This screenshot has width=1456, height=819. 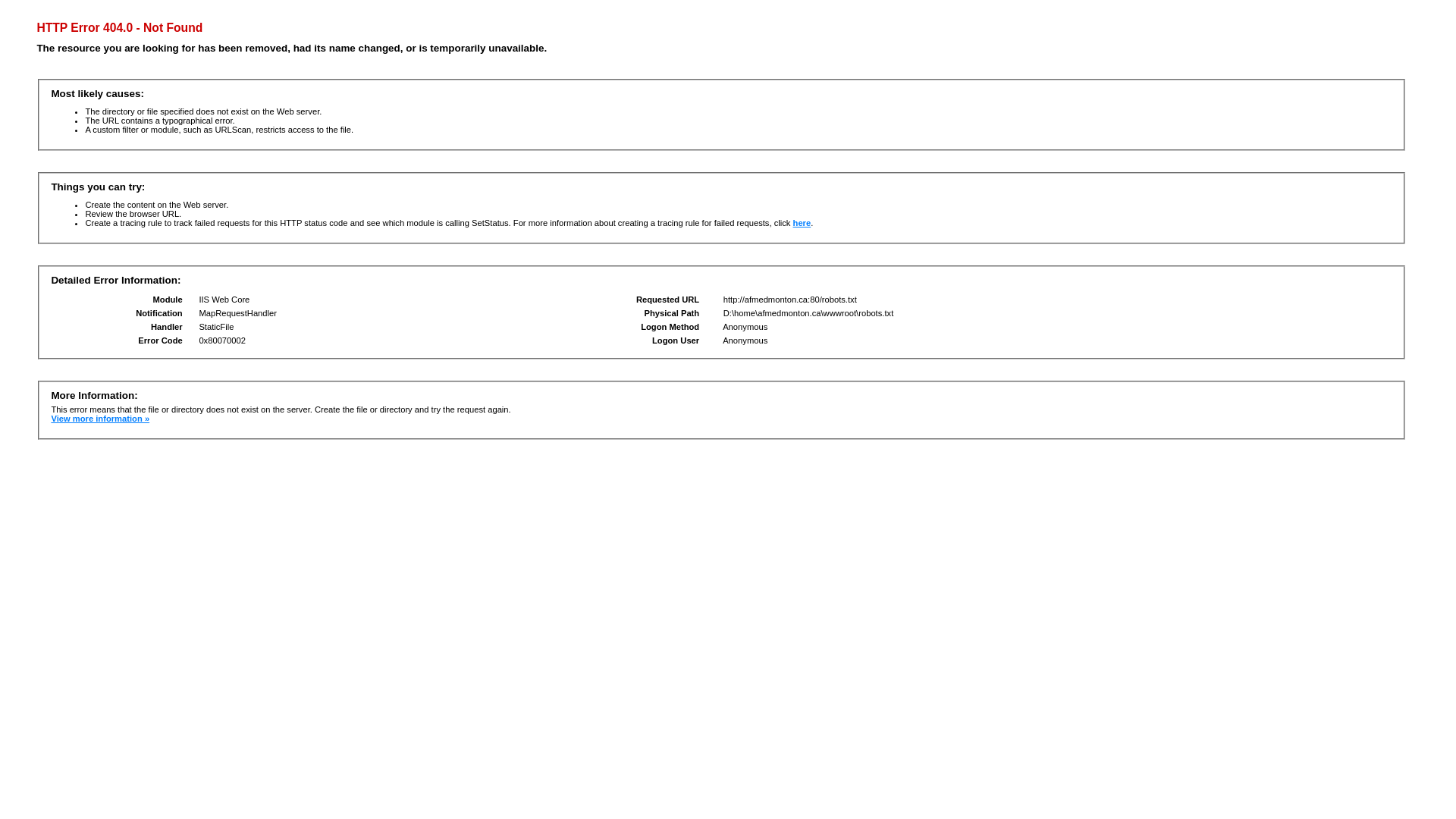 I want to click on 'here', so click(x=801, y=222).